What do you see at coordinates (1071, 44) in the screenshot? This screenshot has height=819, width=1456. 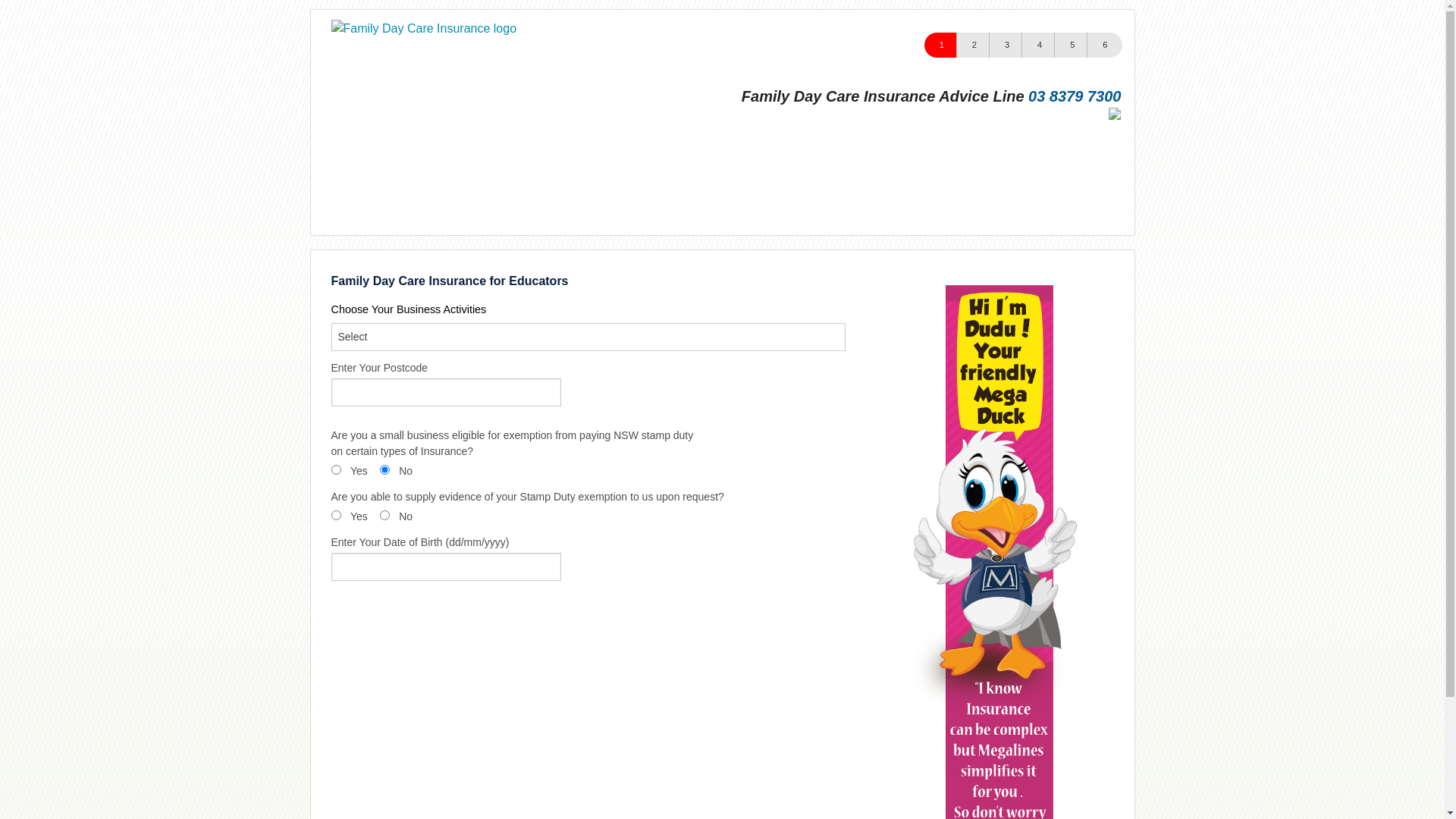 I see `'5'` at bounding box center [1071, 44].